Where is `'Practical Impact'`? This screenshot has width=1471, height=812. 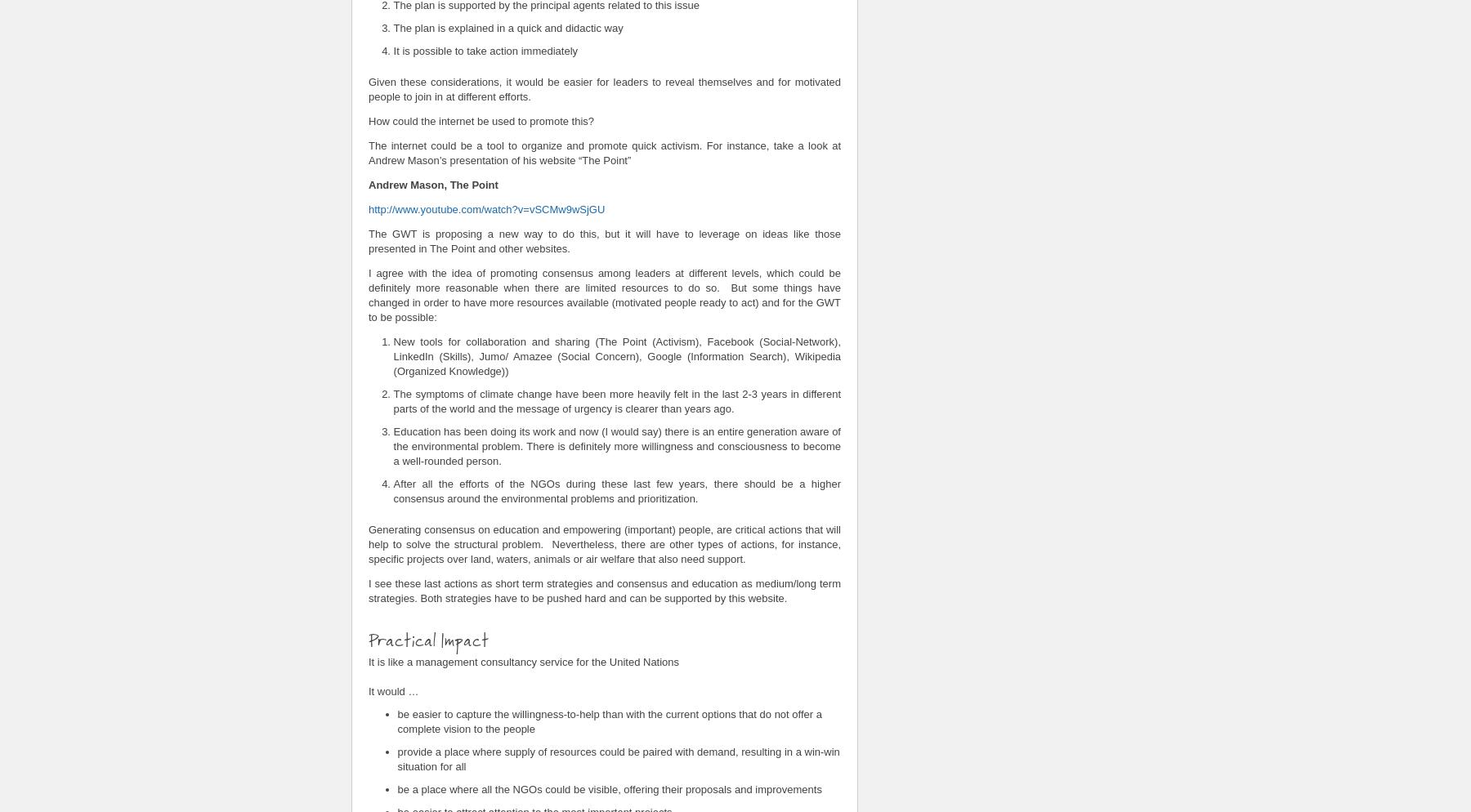 'Practical Impact' is located at coordinates (430, 638).